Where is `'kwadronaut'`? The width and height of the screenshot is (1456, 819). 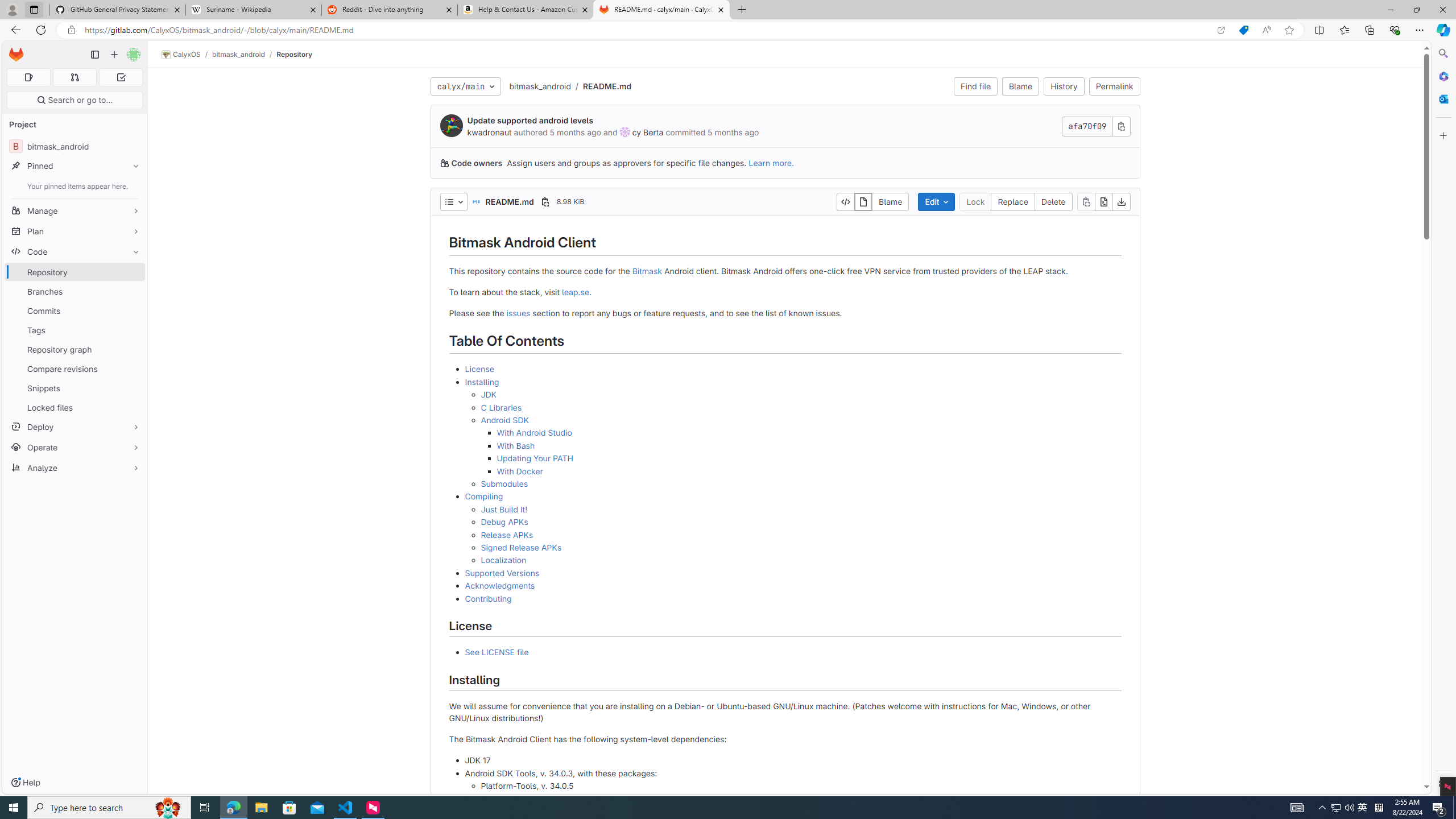 'kwadronaut' is located at coordinates (450, 126).